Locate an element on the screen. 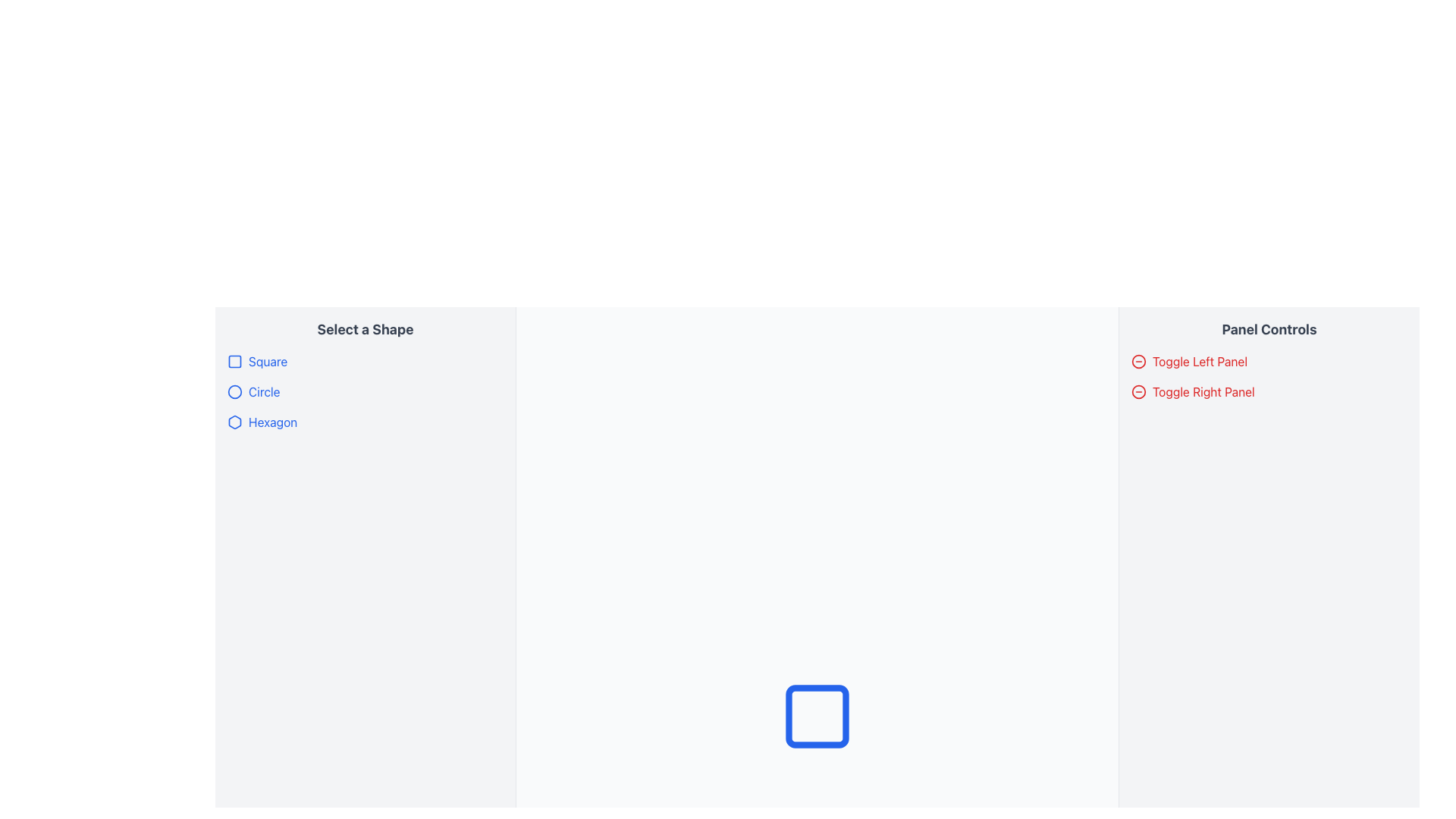 The height and width of the screenshot is (819, 1456). the Text label that describes an action or state toggle for the user interface panel, located at the bottom of two labeled controls in the top-right section of the interface is located at coordinates (1203, 391).